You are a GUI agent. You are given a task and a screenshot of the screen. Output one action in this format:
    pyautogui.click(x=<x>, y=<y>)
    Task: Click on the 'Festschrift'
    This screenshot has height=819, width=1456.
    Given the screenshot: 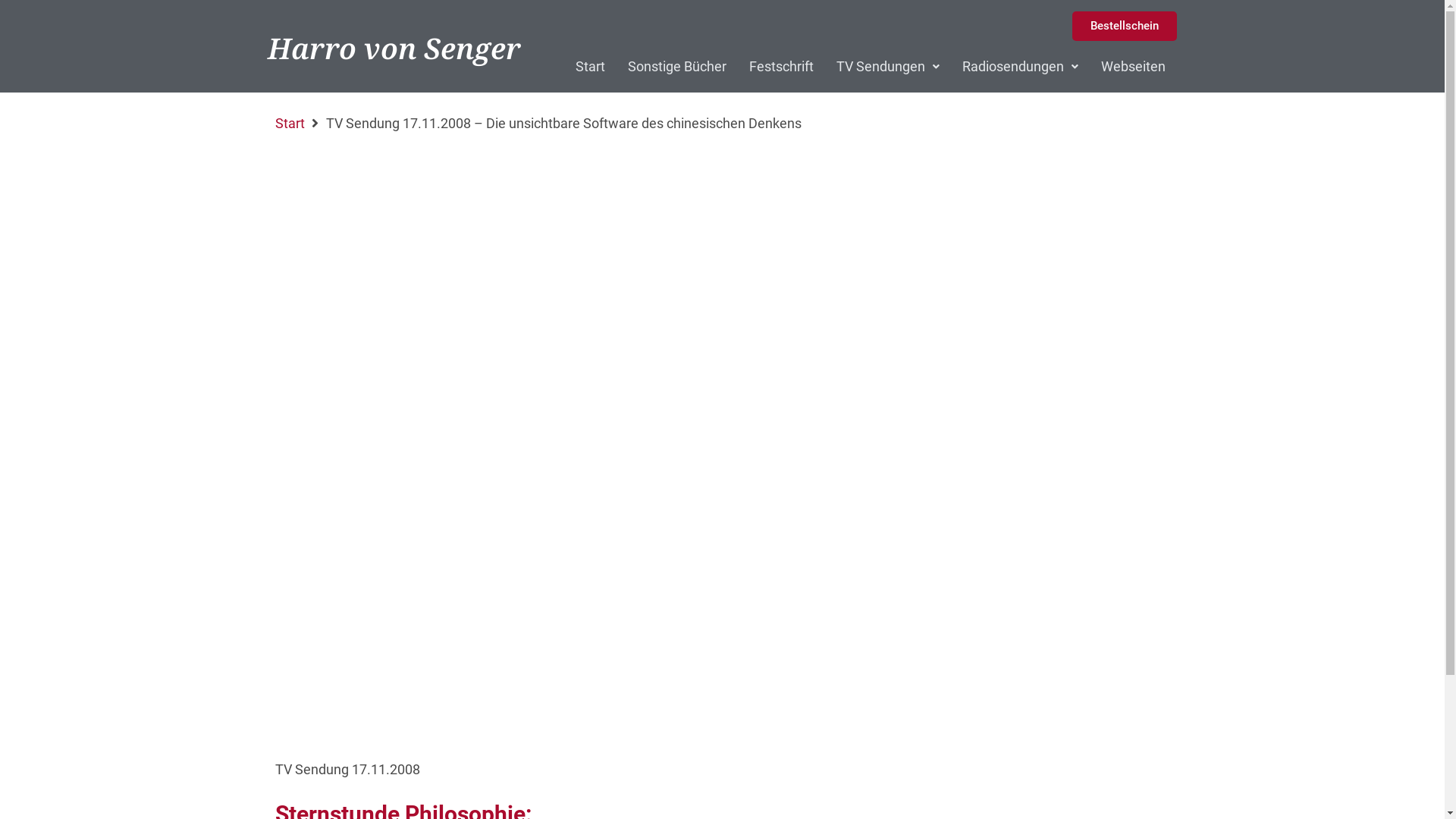 What is the action you would take?
    pyautogui.click(x=781, y=66)
    